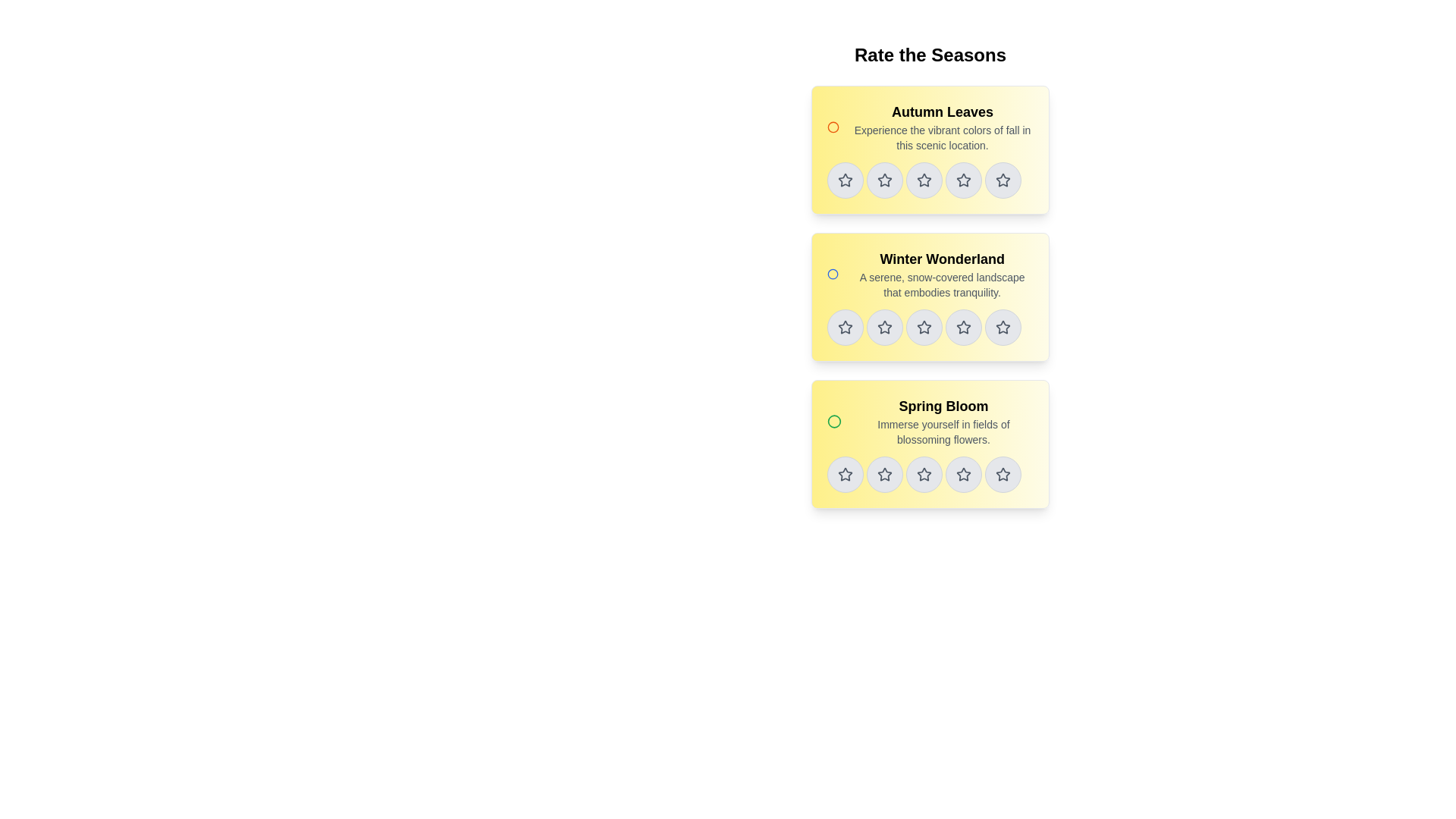 This screenshot has width=1456, height=819. Describe the element at coordinates (930, 180) in the screenshot. I see `the star button in the Rating component for the 'Autumn Leaves' item to set the rating` at that location.